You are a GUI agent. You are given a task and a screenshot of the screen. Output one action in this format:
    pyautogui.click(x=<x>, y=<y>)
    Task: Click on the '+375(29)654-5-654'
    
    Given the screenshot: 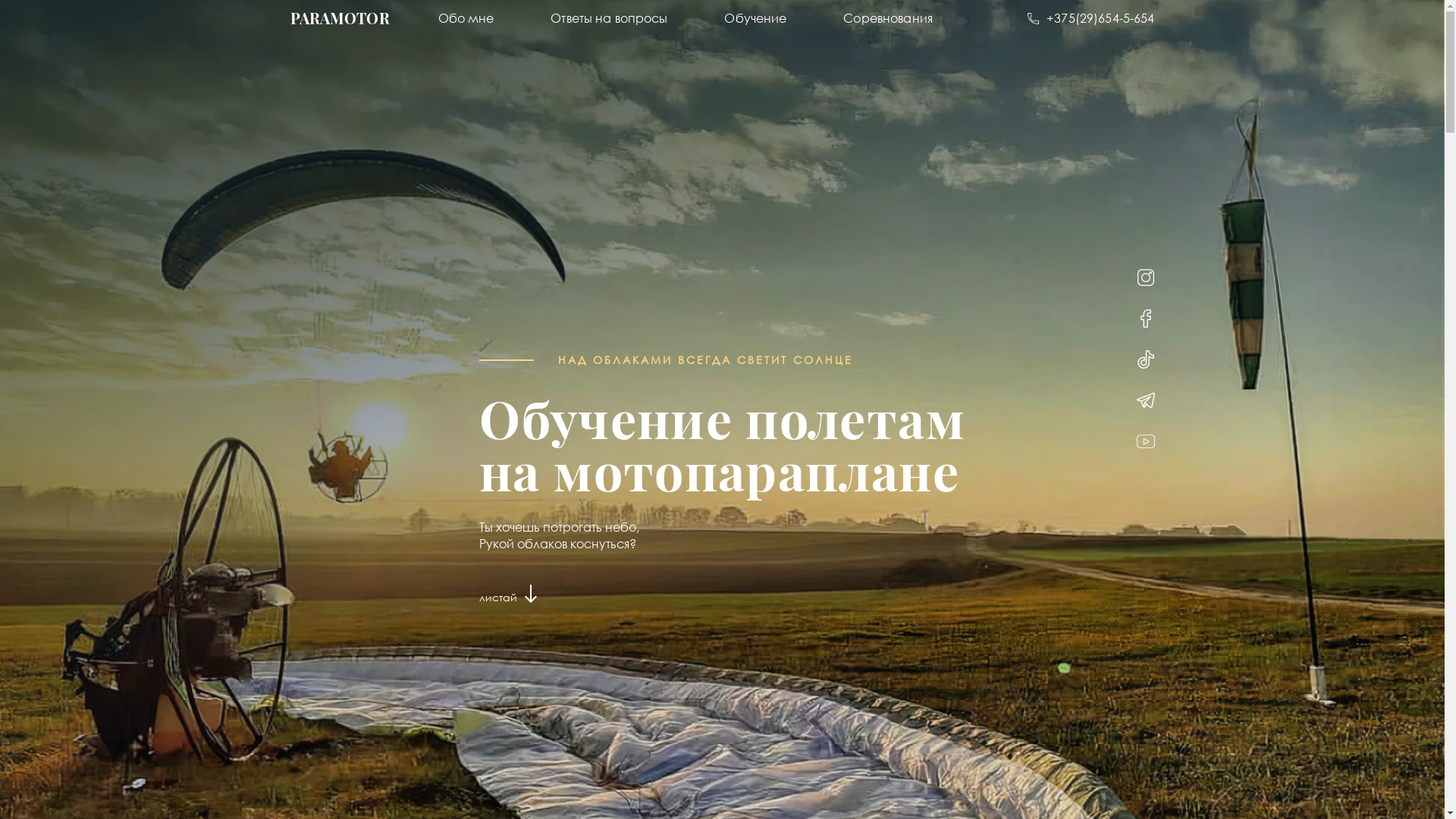 What is the action you would take?
    pyautogui.click(x=1090, y=17)
    